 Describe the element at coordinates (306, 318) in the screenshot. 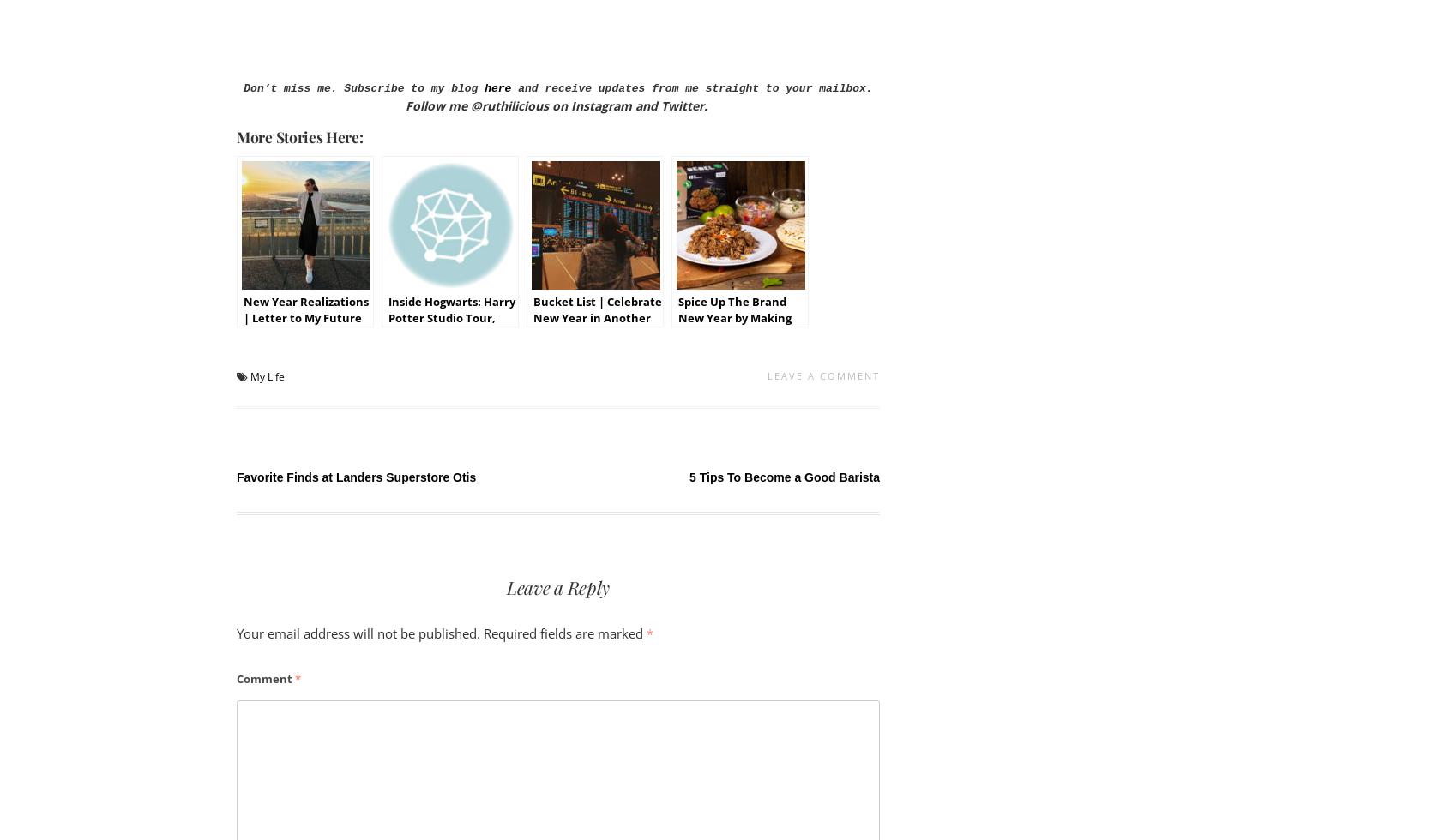

I see `'New Year Realizations | Letter to My Future Self'` at that location.